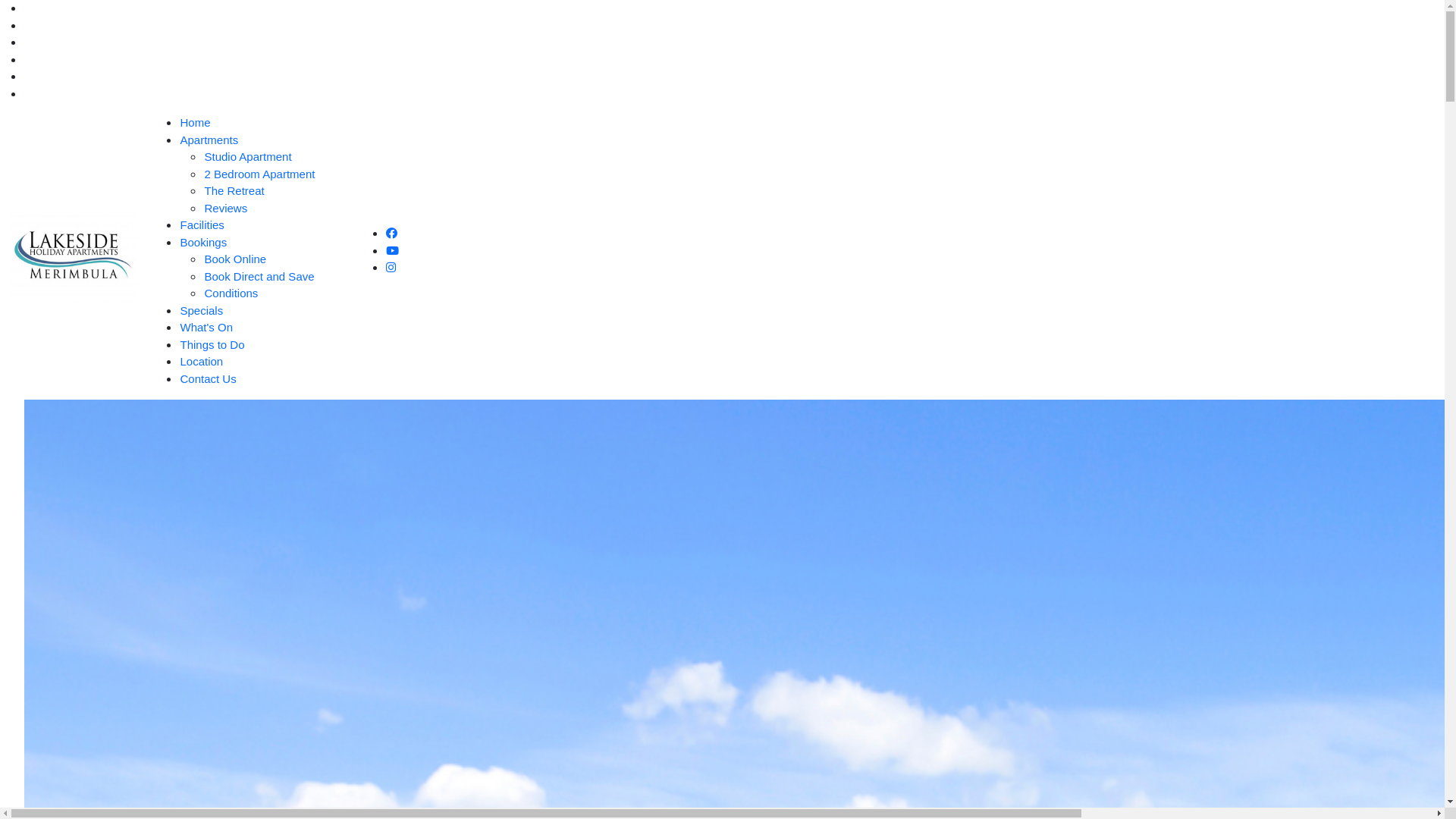 The width and height of the screenshot is (1456, 819). I want to click on 'Location', so click(200, 361).